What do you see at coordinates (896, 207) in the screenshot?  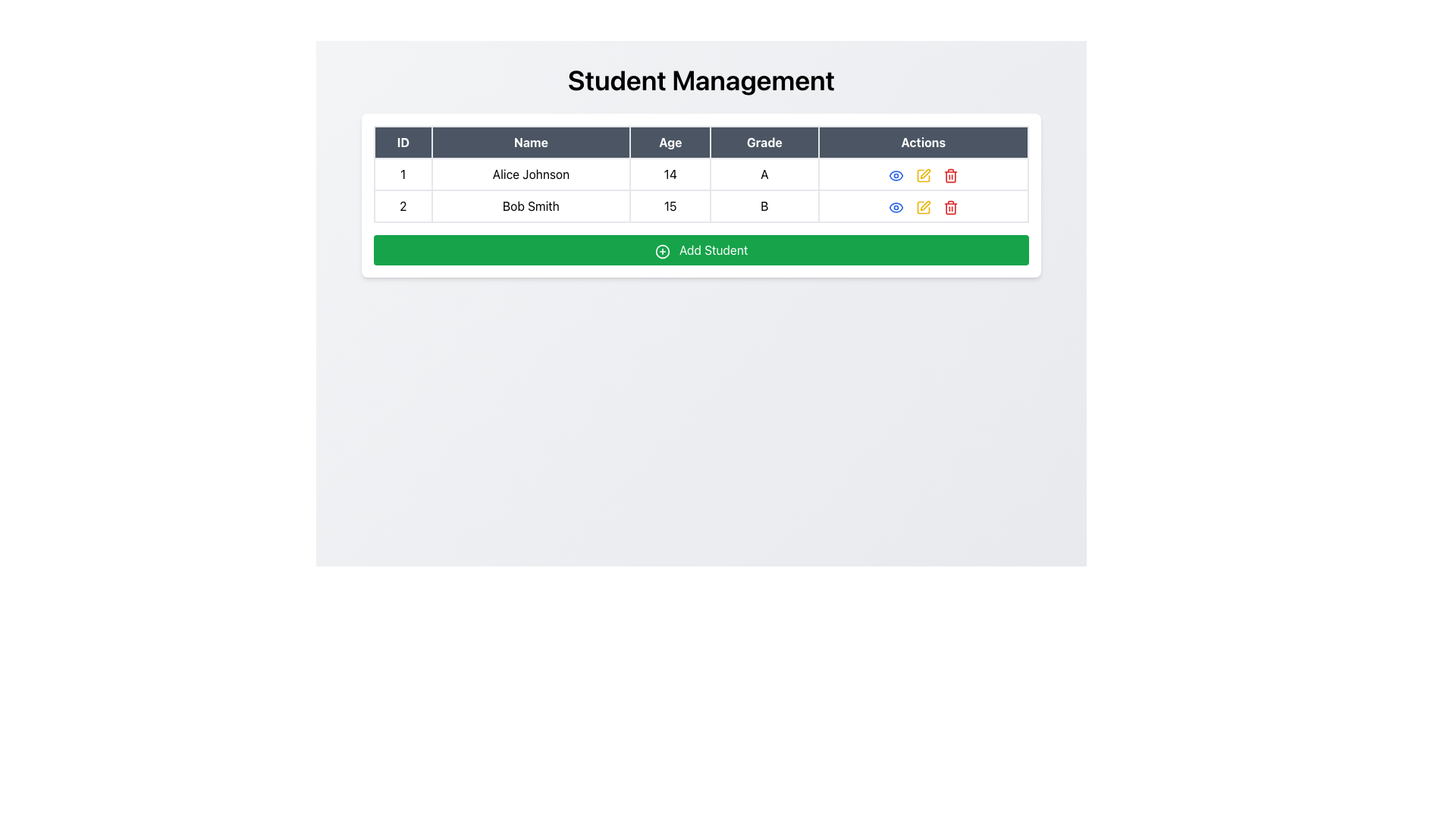 I see `the circular eye-shaped icon with a blue outline located in the first row of the actions column in the table` at bounding box center [896, 207].